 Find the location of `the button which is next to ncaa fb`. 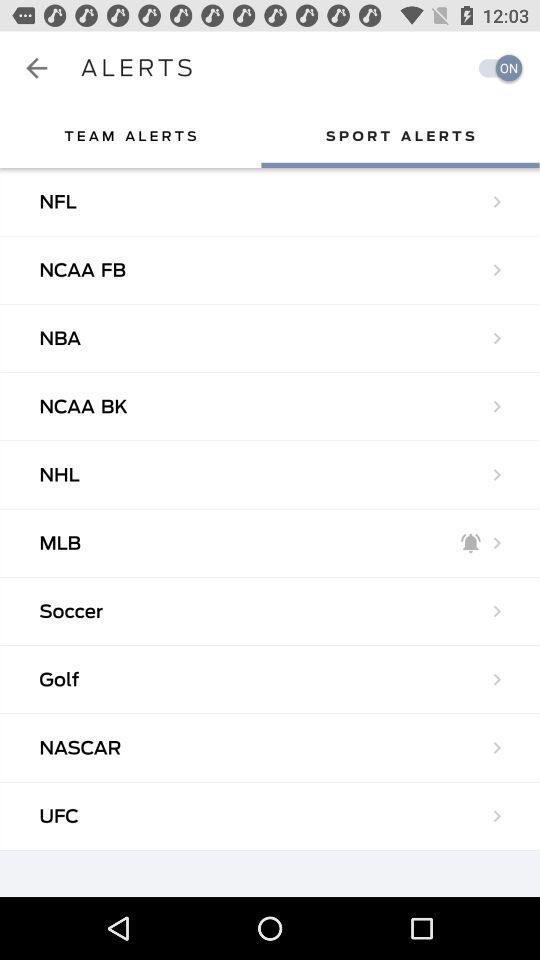

the button which is next to ncaa fb is located at coordinates (496, 268).